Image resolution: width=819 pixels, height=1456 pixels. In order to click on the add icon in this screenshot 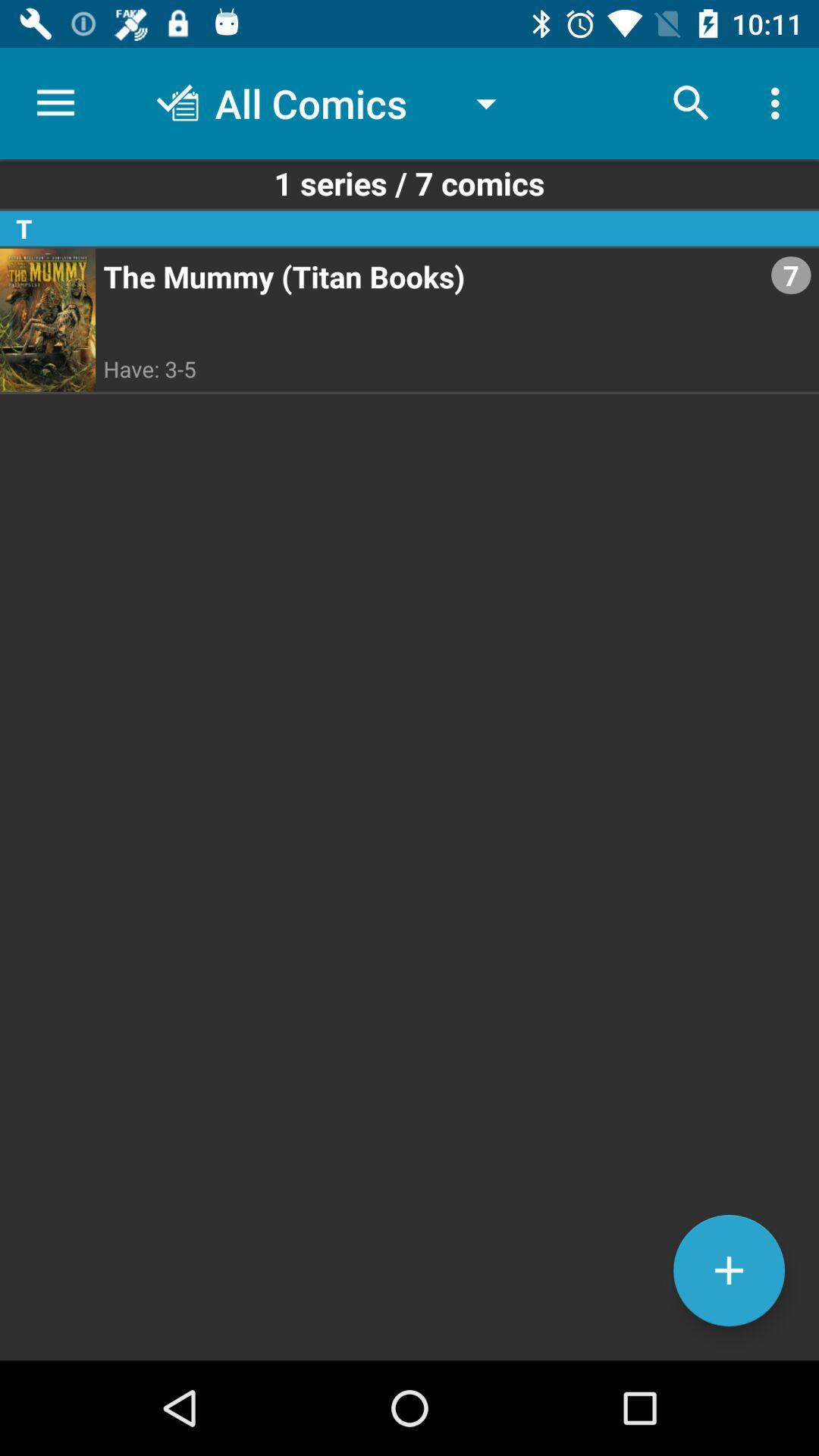, I will do `click(728, 1270)`.